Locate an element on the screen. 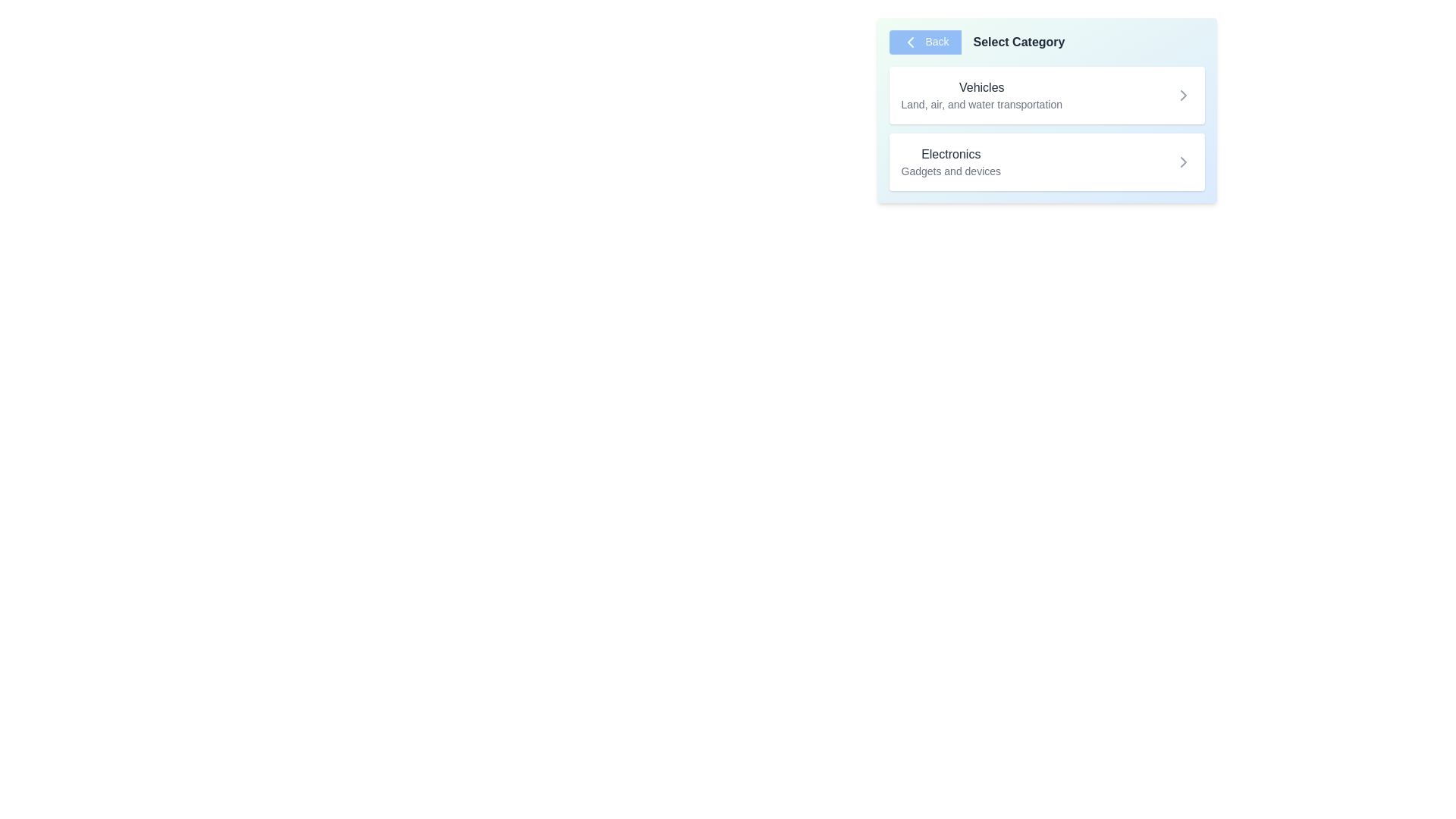 The width and height of the screenshot is (1456, 819). the chevron arrow icon embedded within the 'Back' button in the top-left section of the rectangular card UI is located at coordinates (910, 42).